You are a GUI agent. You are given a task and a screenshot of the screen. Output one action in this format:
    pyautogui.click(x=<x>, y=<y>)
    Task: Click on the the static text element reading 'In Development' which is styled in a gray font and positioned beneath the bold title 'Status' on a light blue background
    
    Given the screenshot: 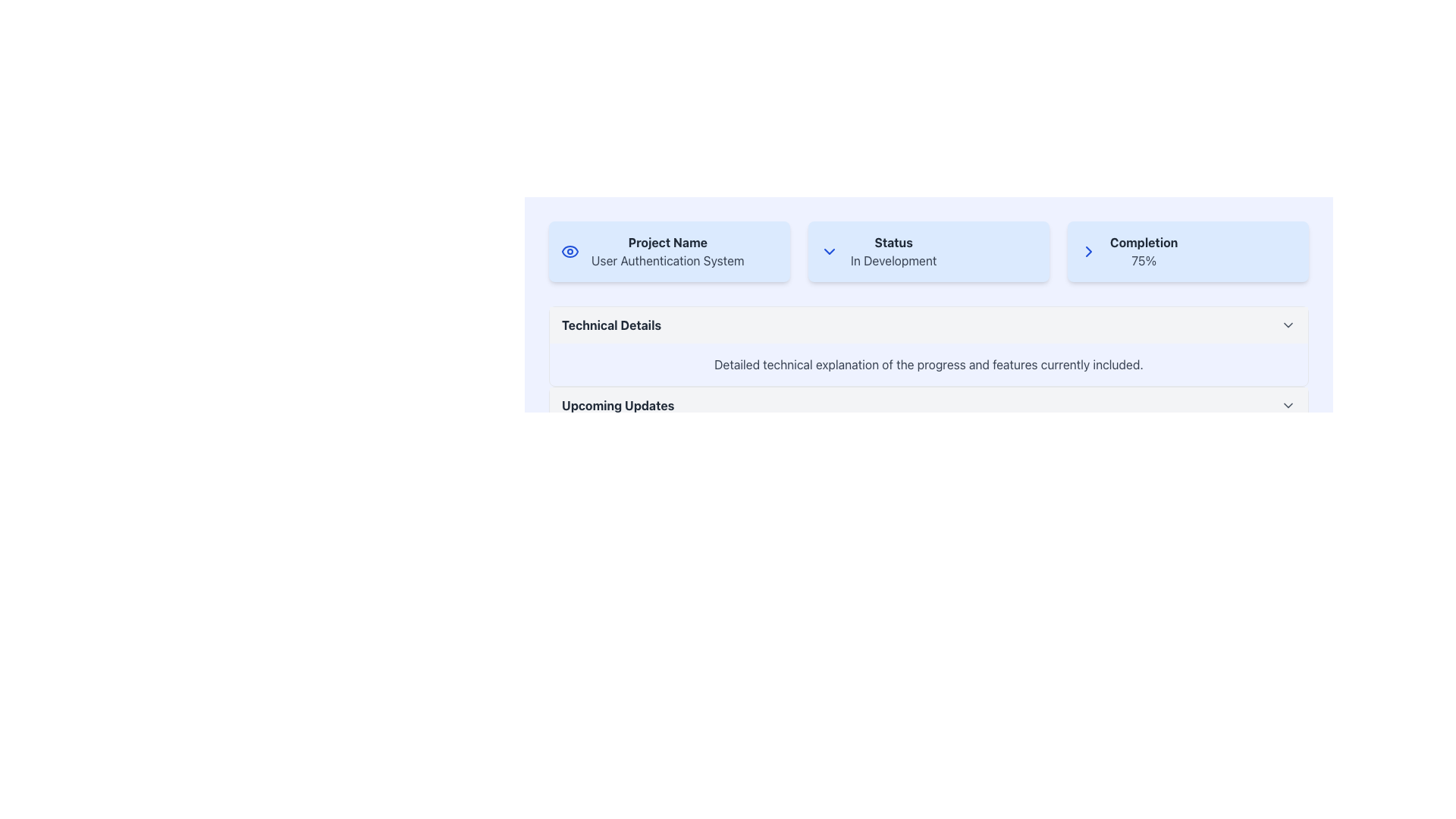 What is the action you would take?
    pyautogui.click(x=893, y=259)
    